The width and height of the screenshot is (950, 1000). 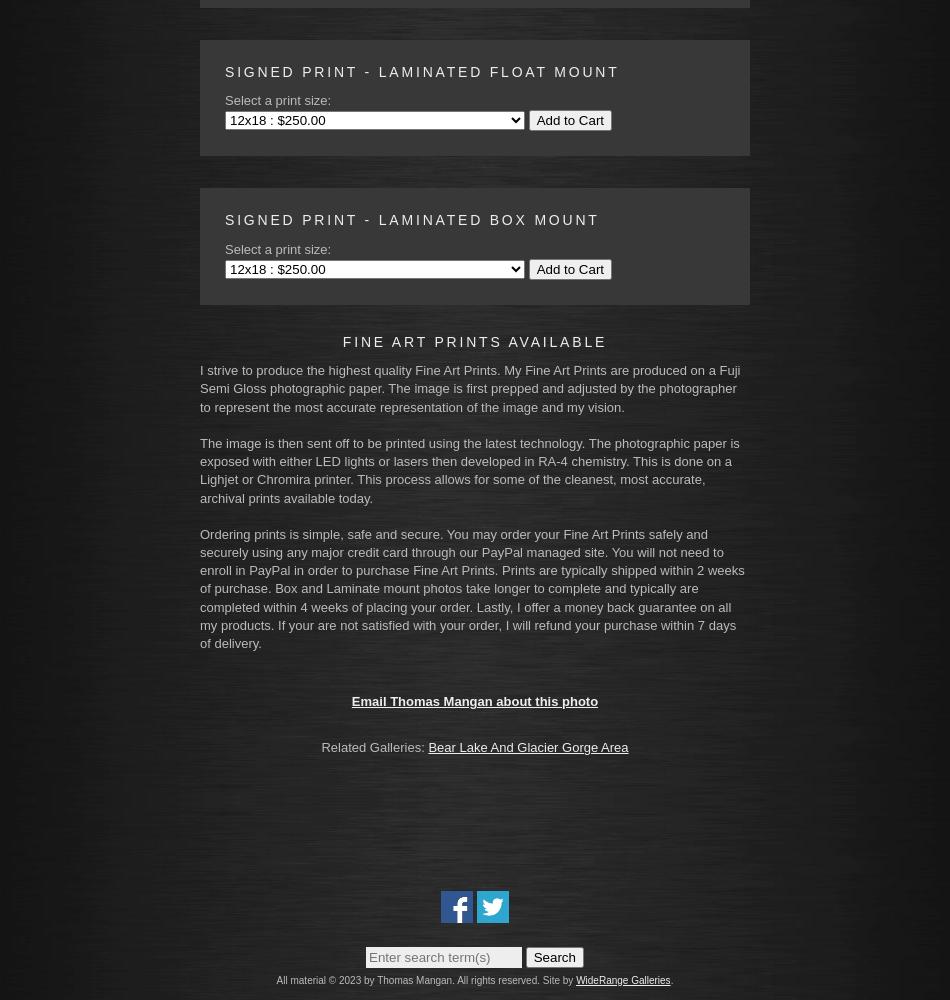 I want to click on 'Search', so click(x=554, y=956).